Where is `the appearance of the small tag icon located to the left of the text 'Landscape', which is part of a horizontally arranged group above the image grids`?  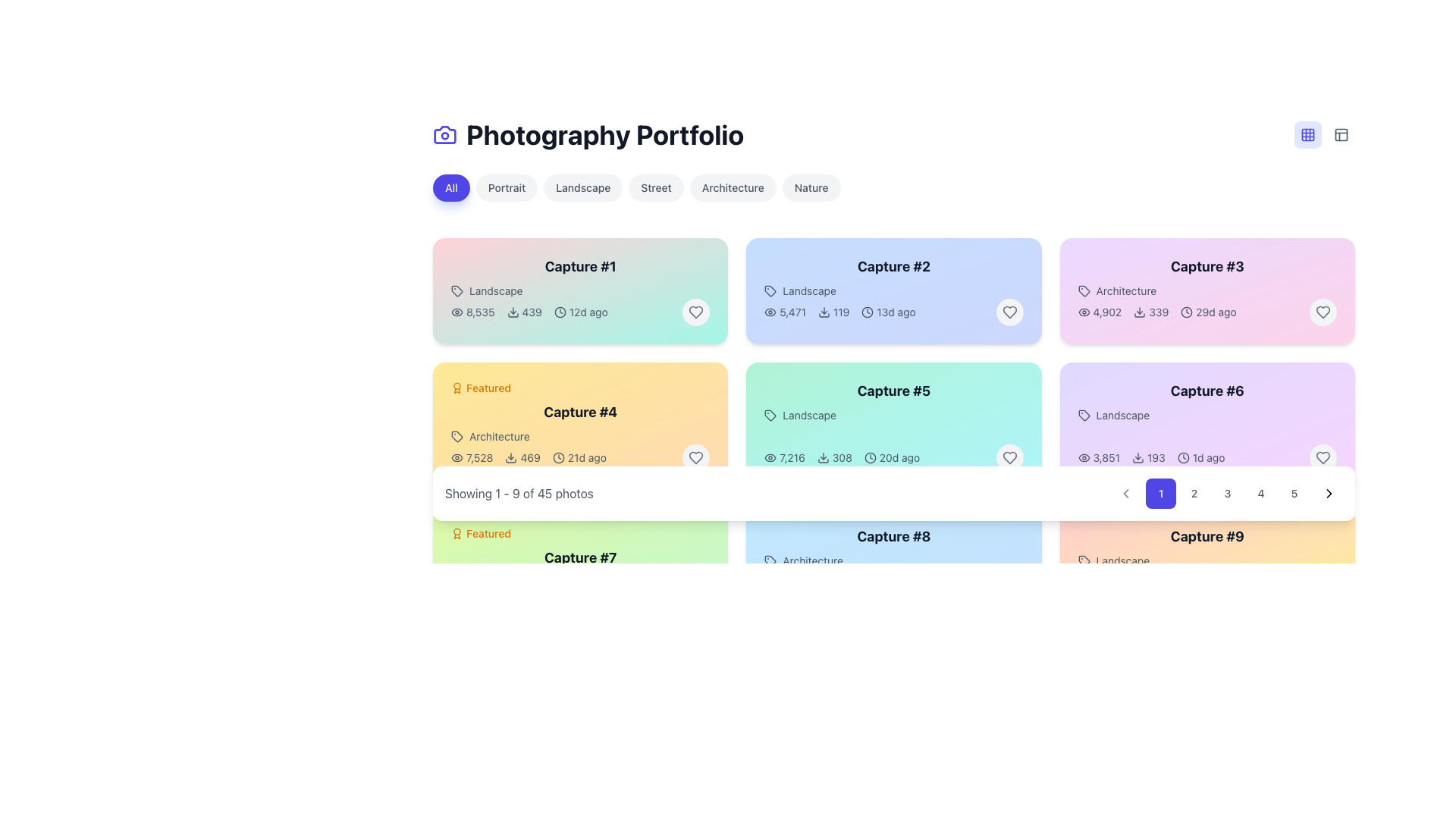 the appearance of the small tag icon located to the left of the text 'Landscape', which is part of a horizontally arranged group above the image grids is located at coordinates (1083, 415).